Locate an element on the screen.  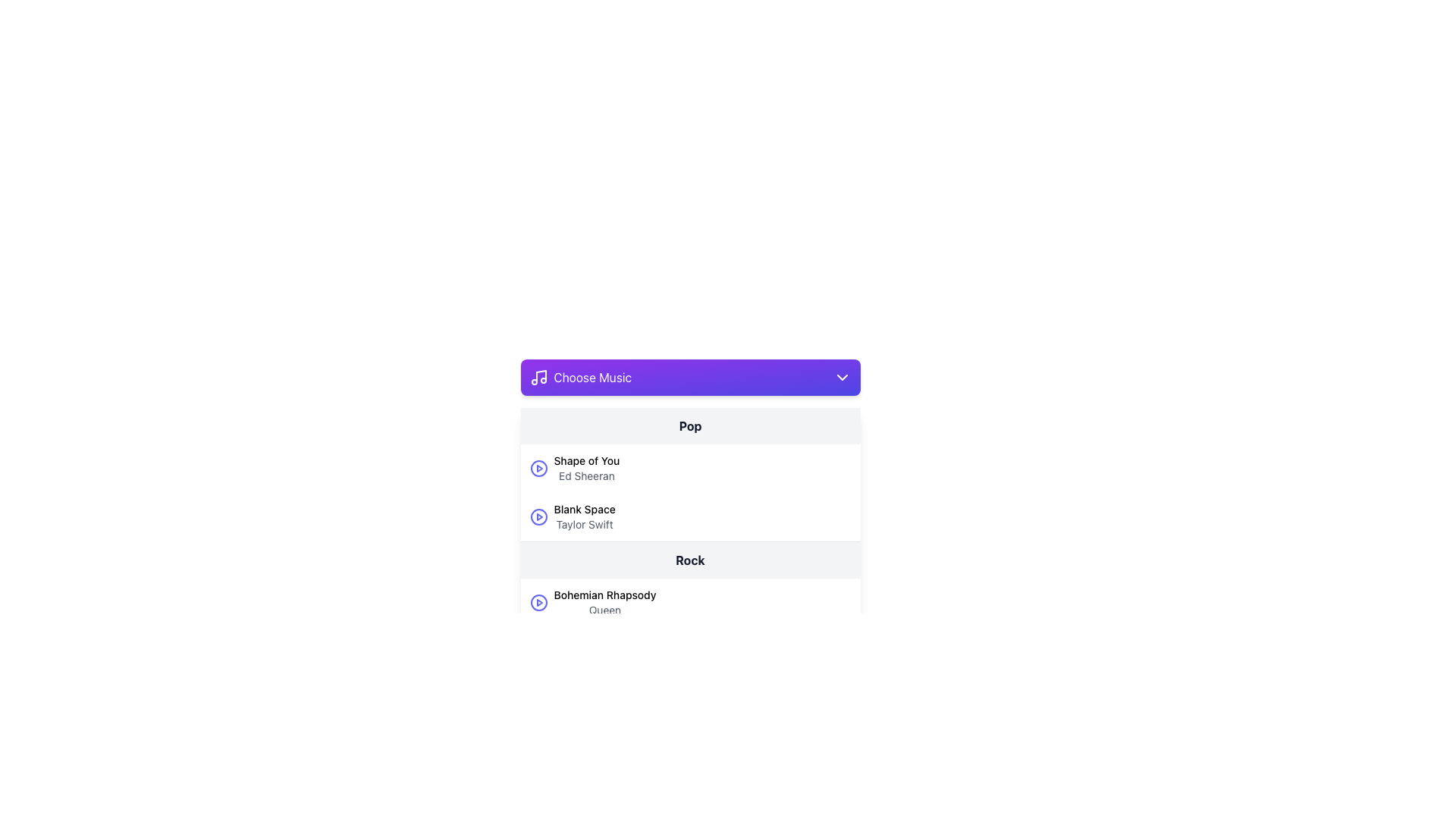
the Text Label identifying the song or item under the 'Pop' category is located at coordinates (584, 509).